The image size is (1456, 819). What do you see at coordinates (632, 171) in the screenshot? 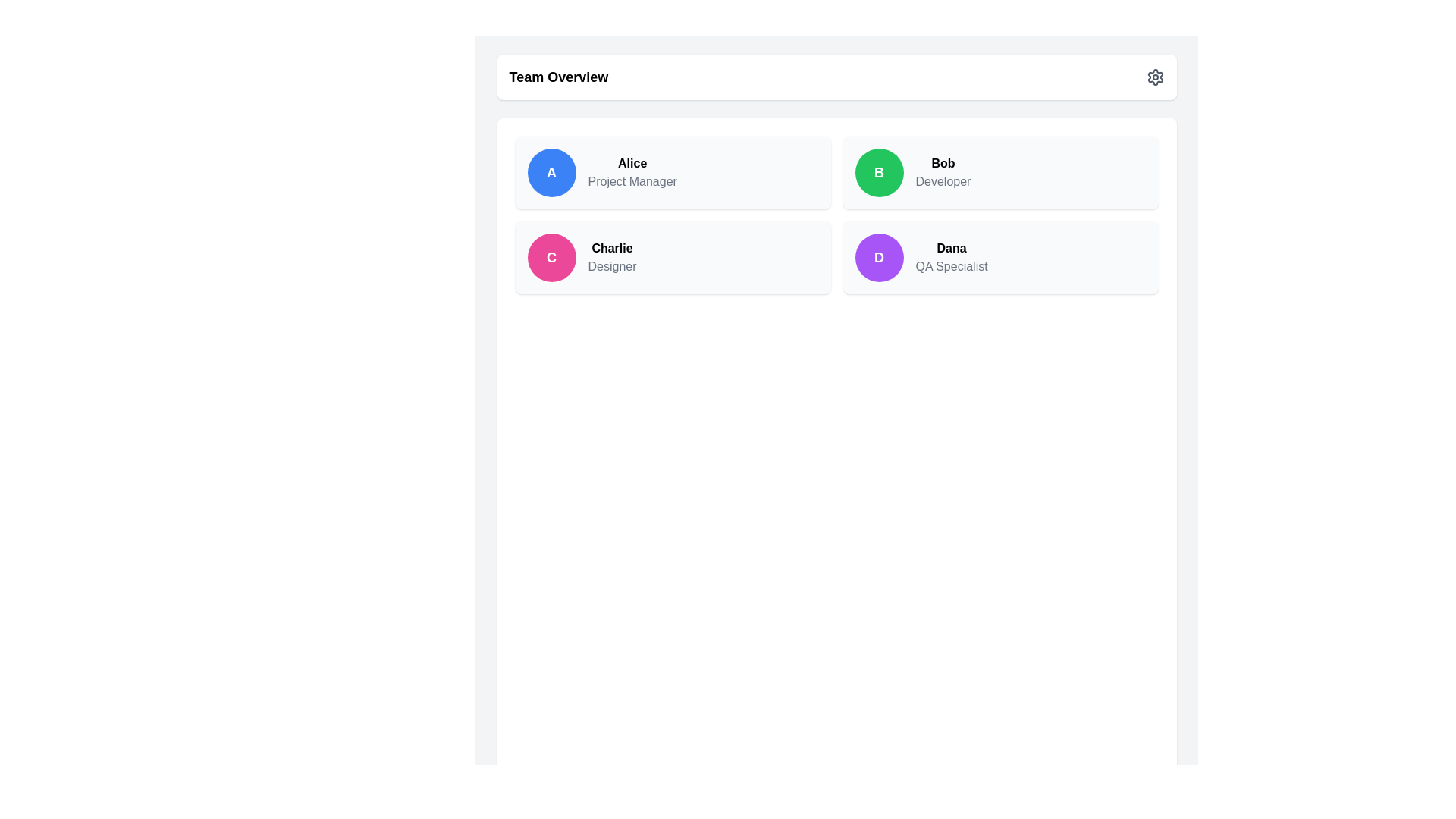
I see `text label displaying 'Alice' as the team member's name and 'Project Manager' as their role, located to the right of the blue circular avatar` at bounding box center [632, 171].